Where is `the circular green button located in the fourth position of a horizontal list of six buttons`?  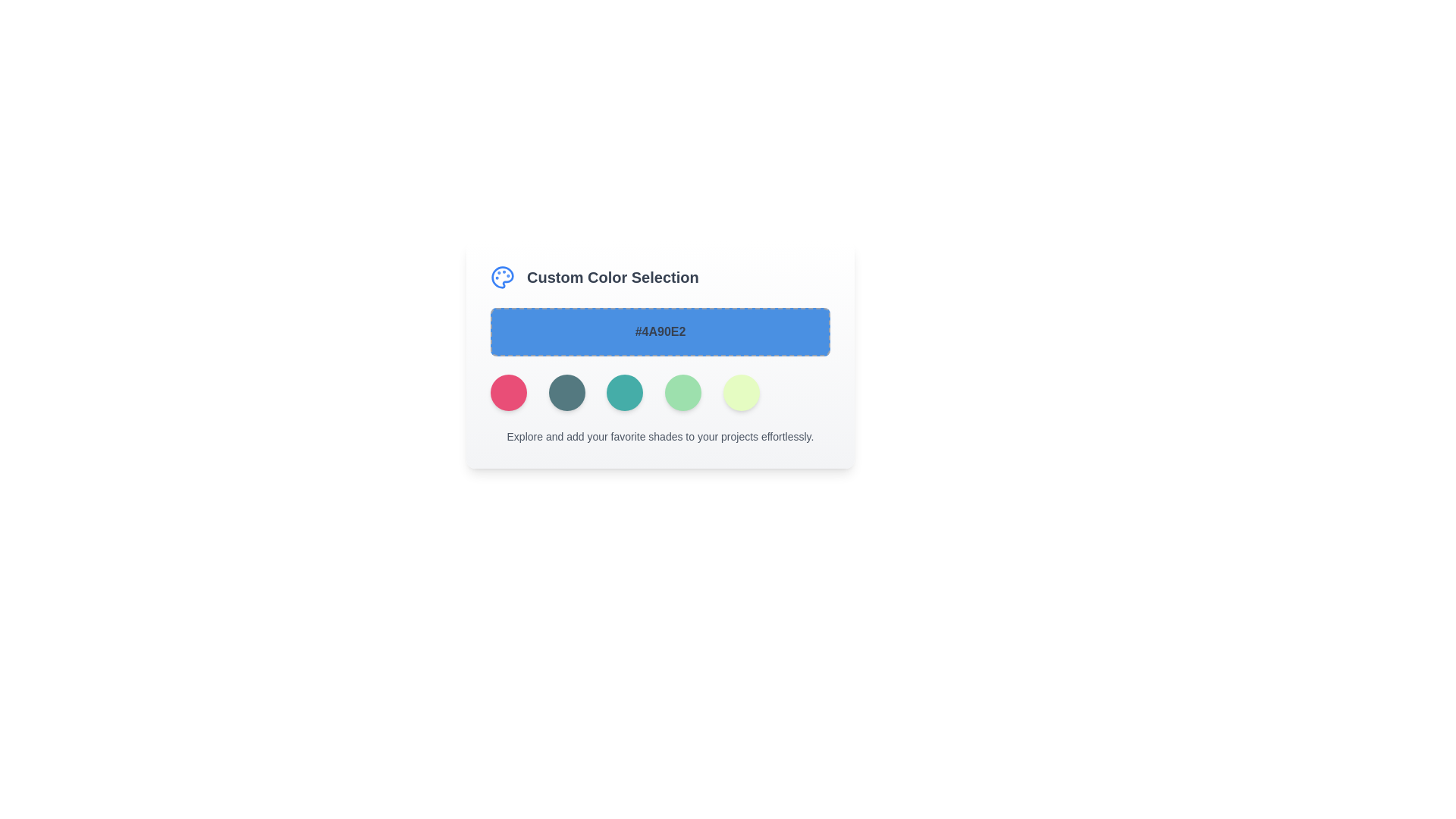 the circular green button located in the fourth position of a horizontal list of six buttons is located at coordinates (682, 391).